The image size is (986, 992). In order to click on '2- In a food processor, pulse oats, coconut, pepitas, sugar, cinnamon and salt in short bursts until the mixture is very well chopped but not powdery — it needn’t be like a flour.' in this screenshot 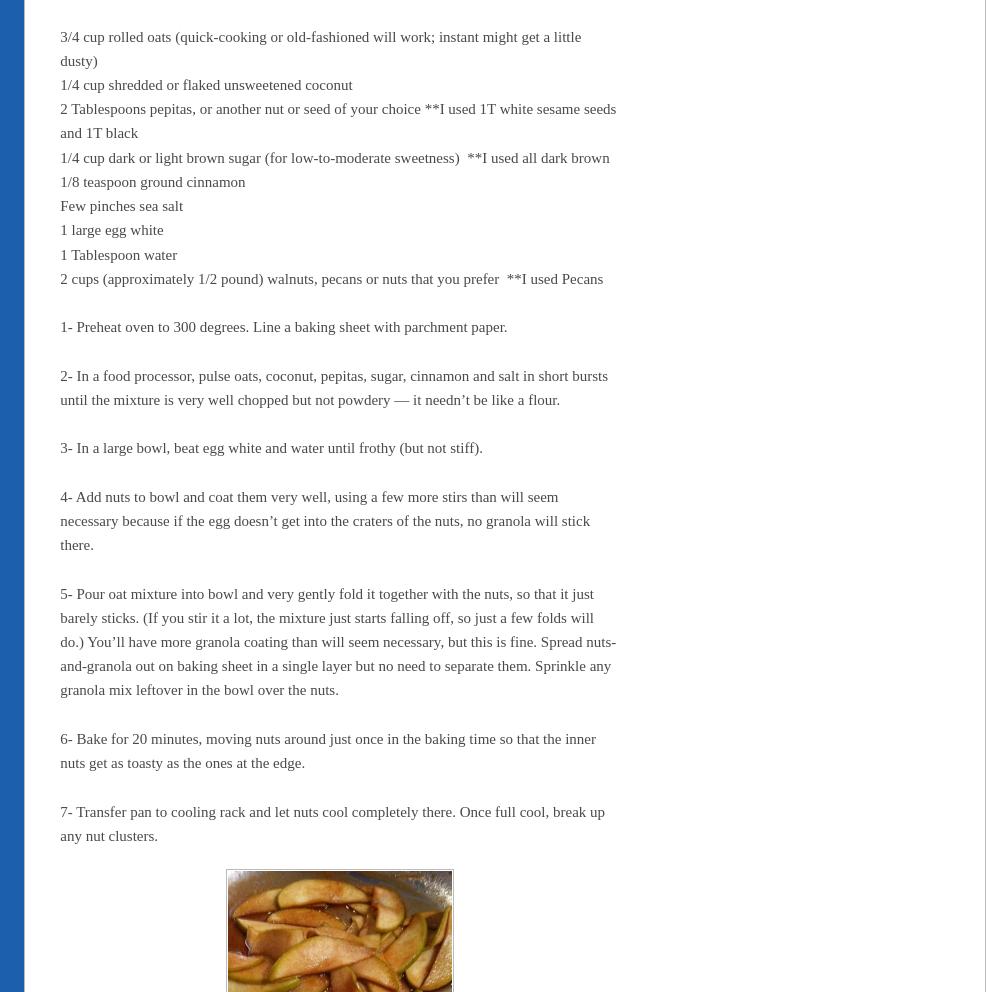, I will do `click(332, 386)`.